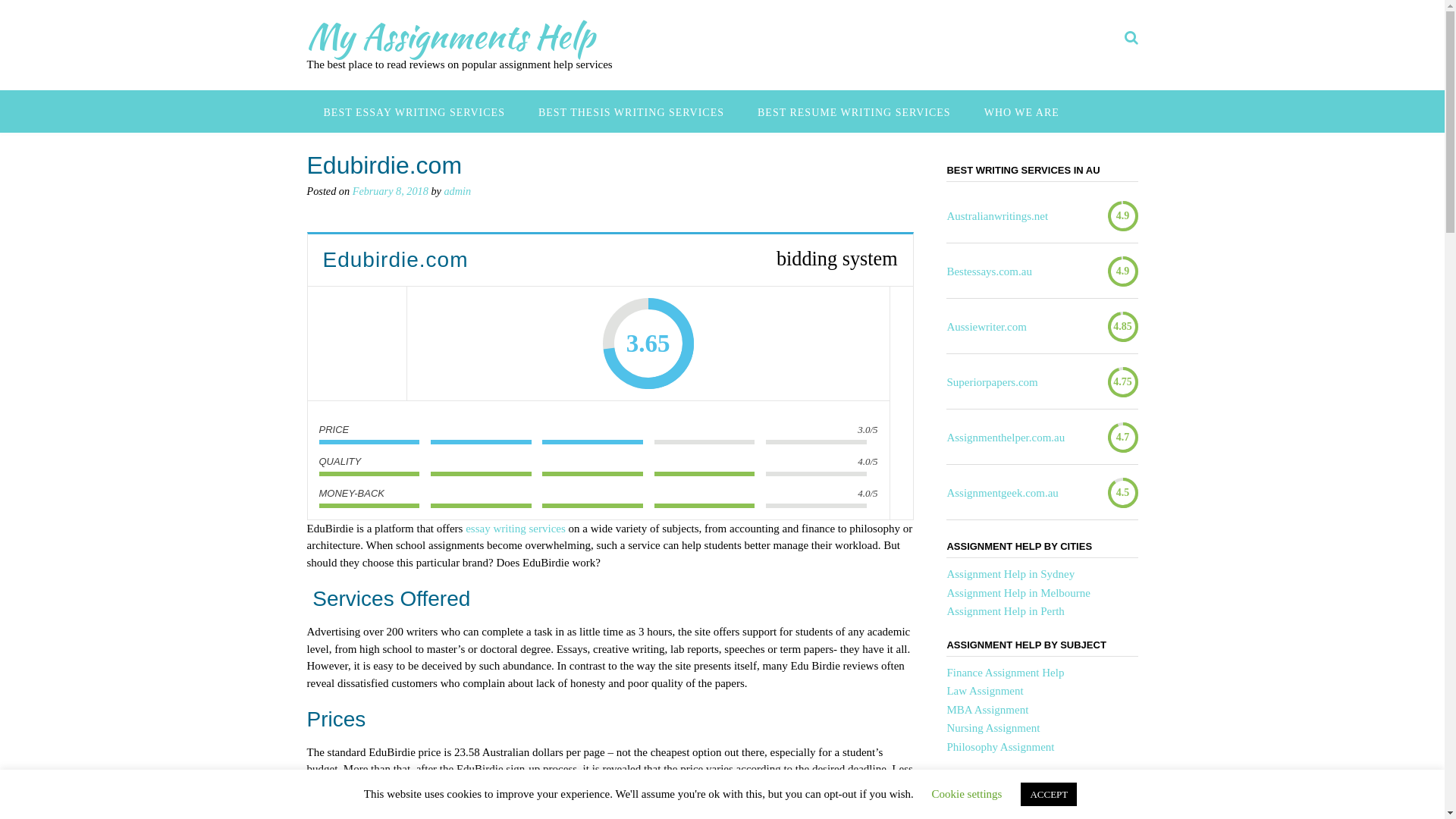 The image size is (1456, 819). Describe the element at coordinates (413, 110) in the screenshot. I see `'BEST ESSAY WRITING SERVICES'` at that location.